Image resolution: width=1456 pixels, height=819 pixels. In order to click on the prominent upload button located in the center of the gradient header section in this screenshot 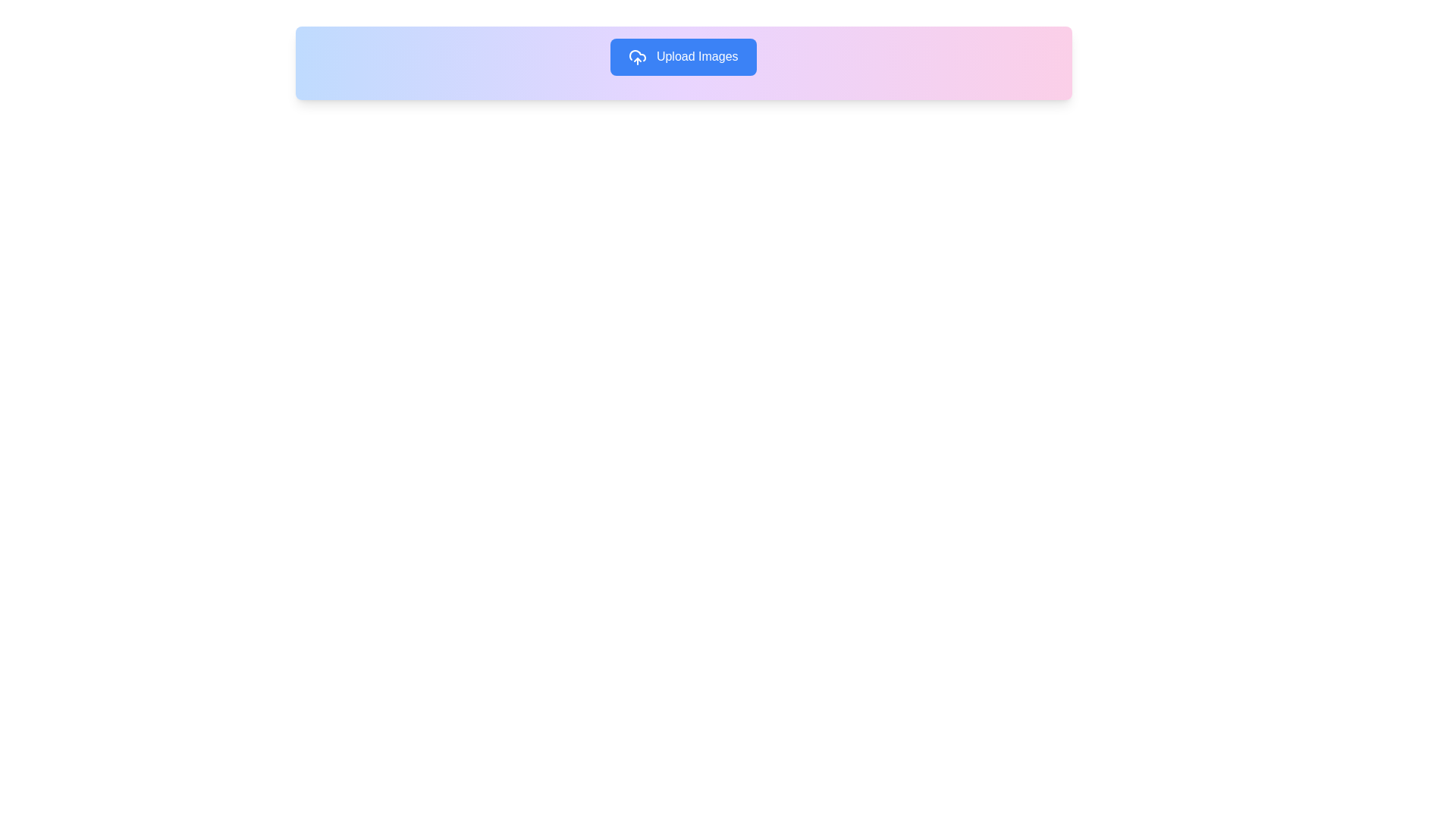, I will do `click(682, 56)`.